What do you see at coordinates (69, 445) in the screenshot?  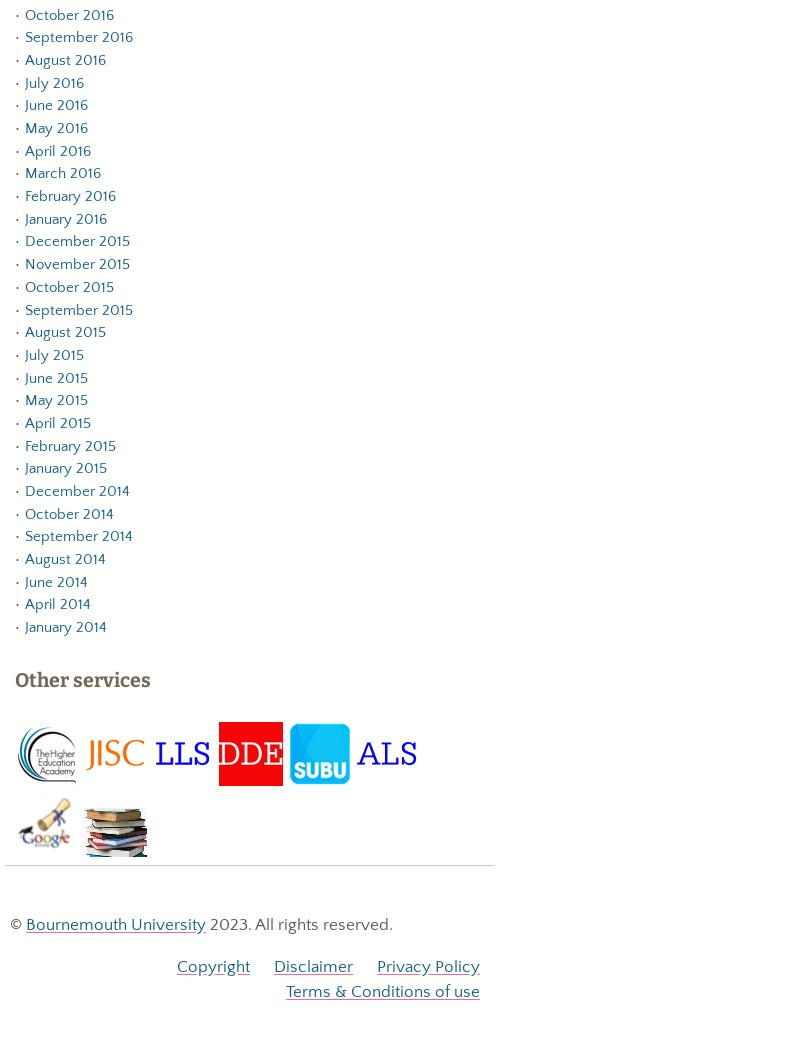 I see `'February 2015'` at bounding box center [69, 445].